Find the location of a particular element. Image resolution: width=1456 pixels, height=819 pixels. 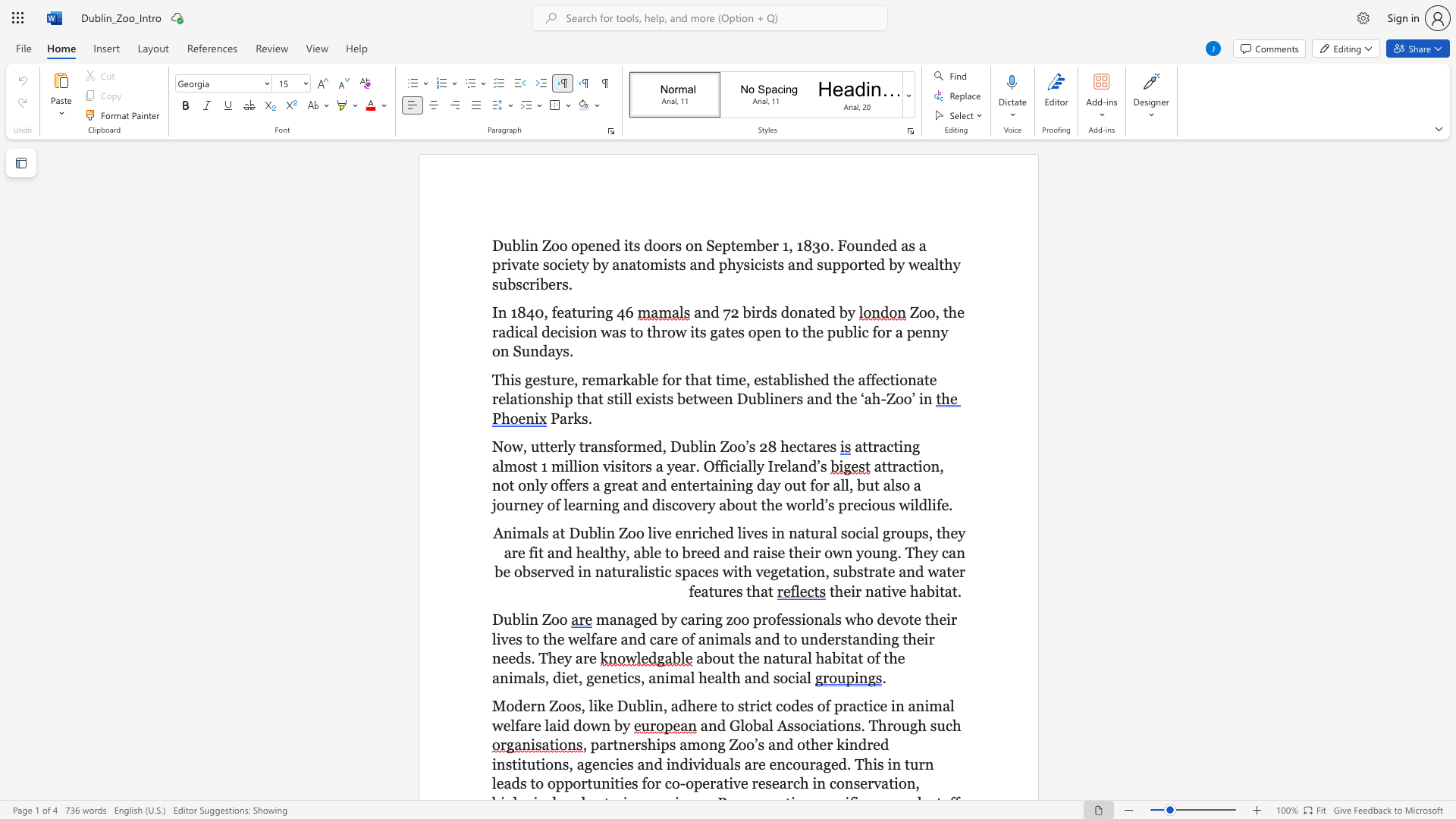

the subset text "onat" within the text "and 72 birds donated by" is located at coordinates (789, 312).